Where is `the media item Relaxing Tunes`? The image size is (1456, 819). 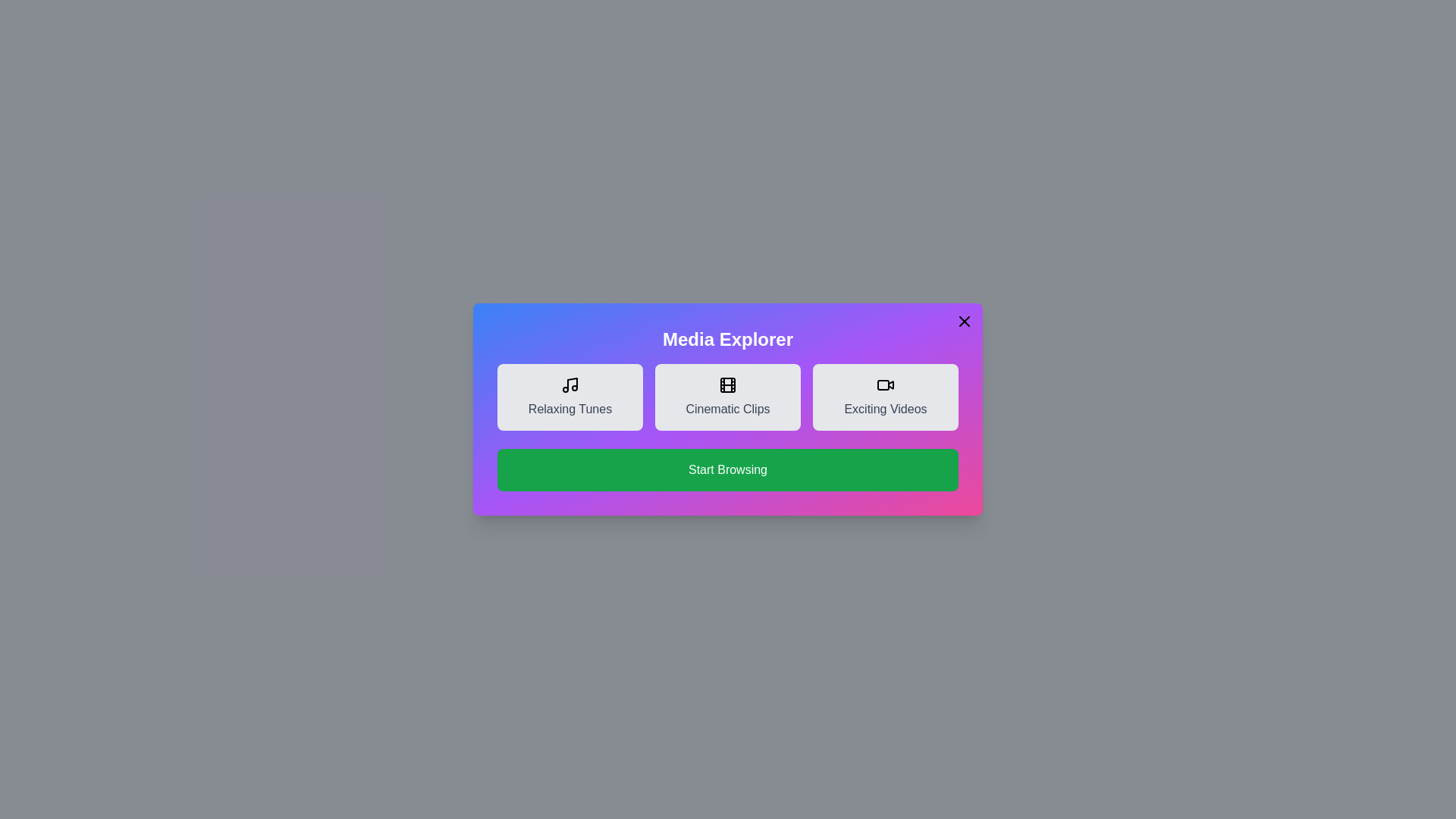
the media item Relaxing Tunes is located at coordinates (570, 397).